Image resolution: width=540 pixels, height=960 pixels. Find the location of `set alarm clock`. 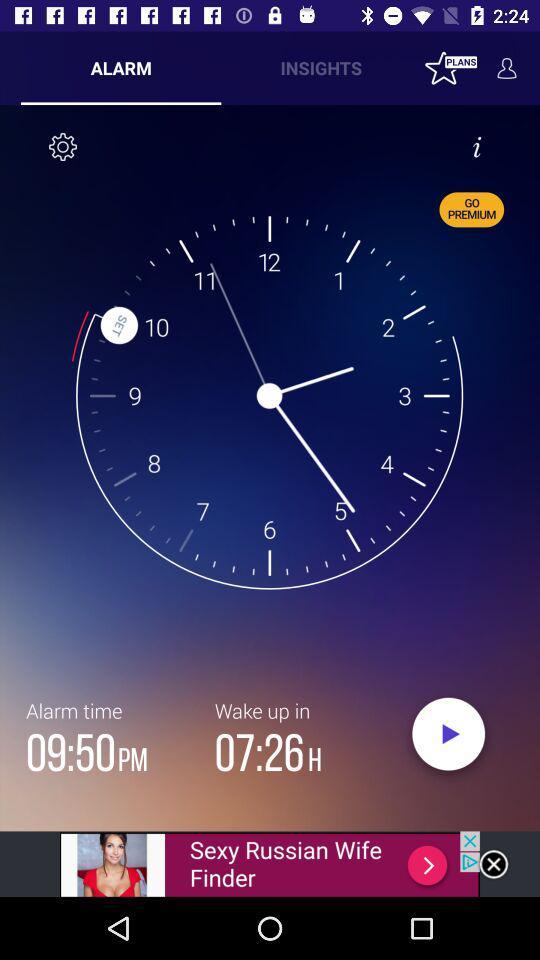

set alarm clock is located at coordinates (448, 738).